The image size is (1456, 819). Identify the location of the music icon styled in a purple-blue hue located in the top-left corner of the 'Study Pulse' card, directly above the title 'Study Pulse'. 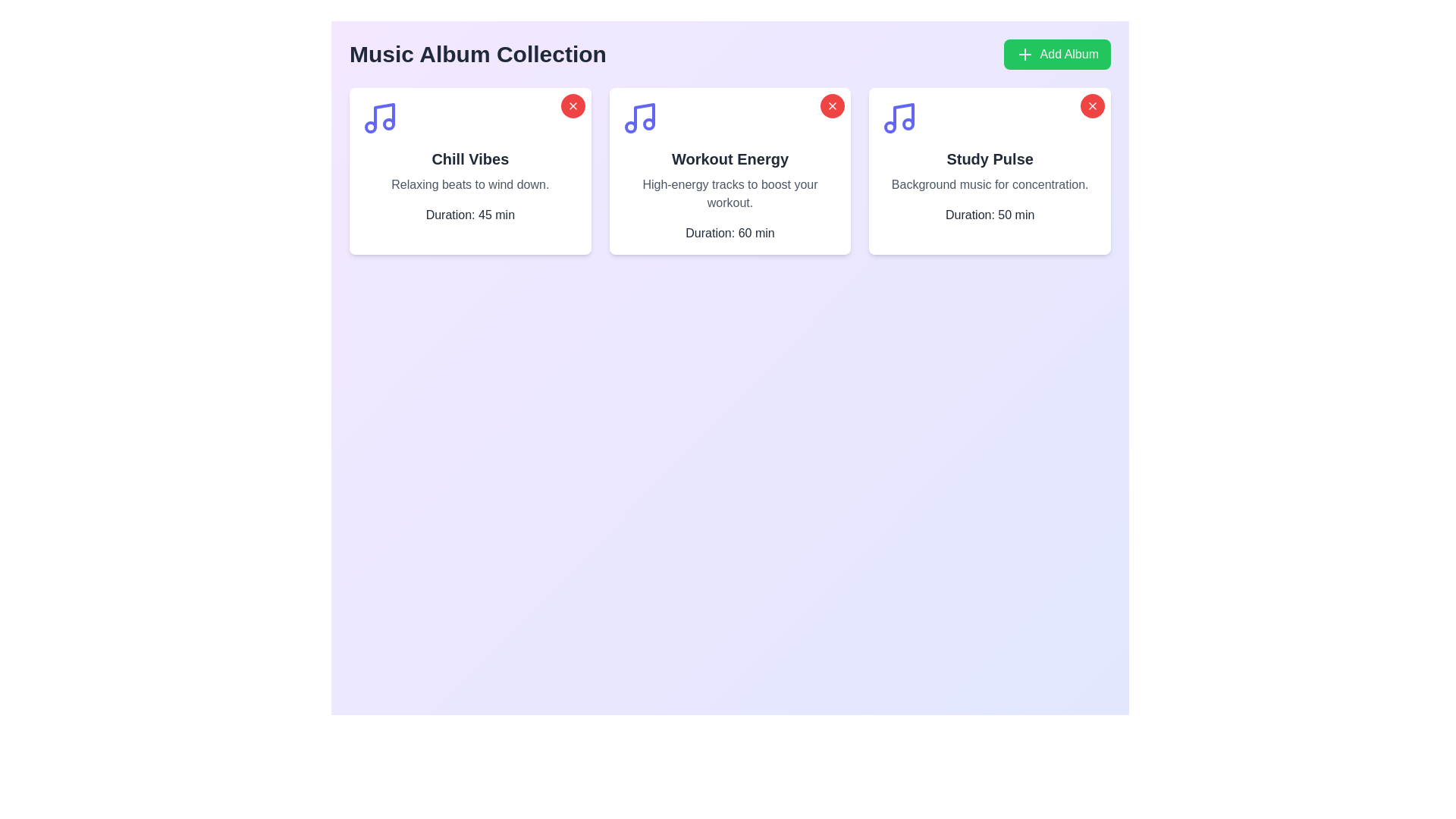
(899, 117).